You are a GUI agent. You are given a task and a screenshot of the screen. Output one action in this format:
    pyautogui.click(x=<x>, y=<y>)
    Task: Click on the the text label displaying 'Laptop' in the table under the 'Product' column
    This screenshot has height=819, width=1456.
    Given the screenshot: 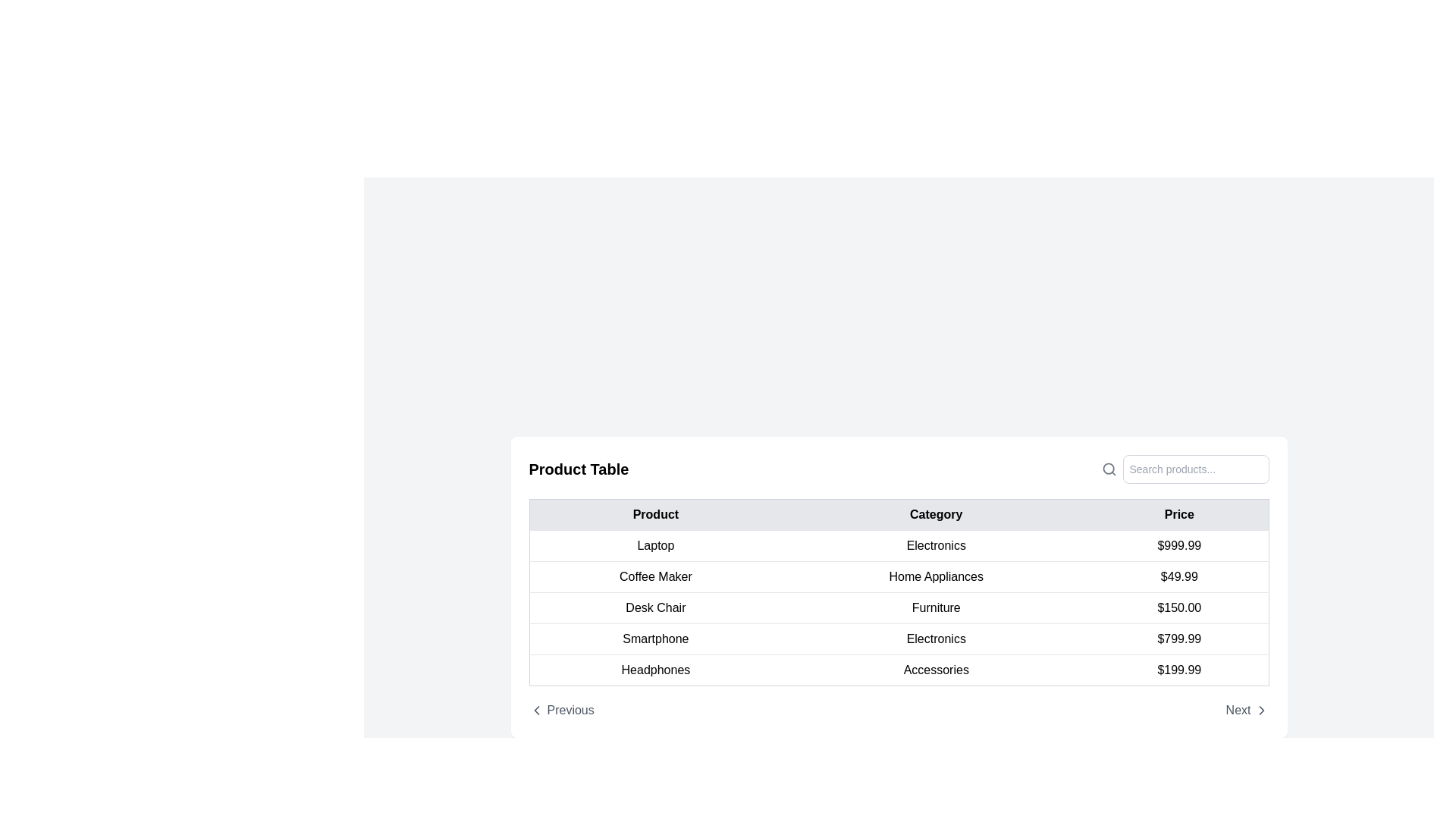 What is the action you would take?
    pyautogui.click(x=655, y=544)
    